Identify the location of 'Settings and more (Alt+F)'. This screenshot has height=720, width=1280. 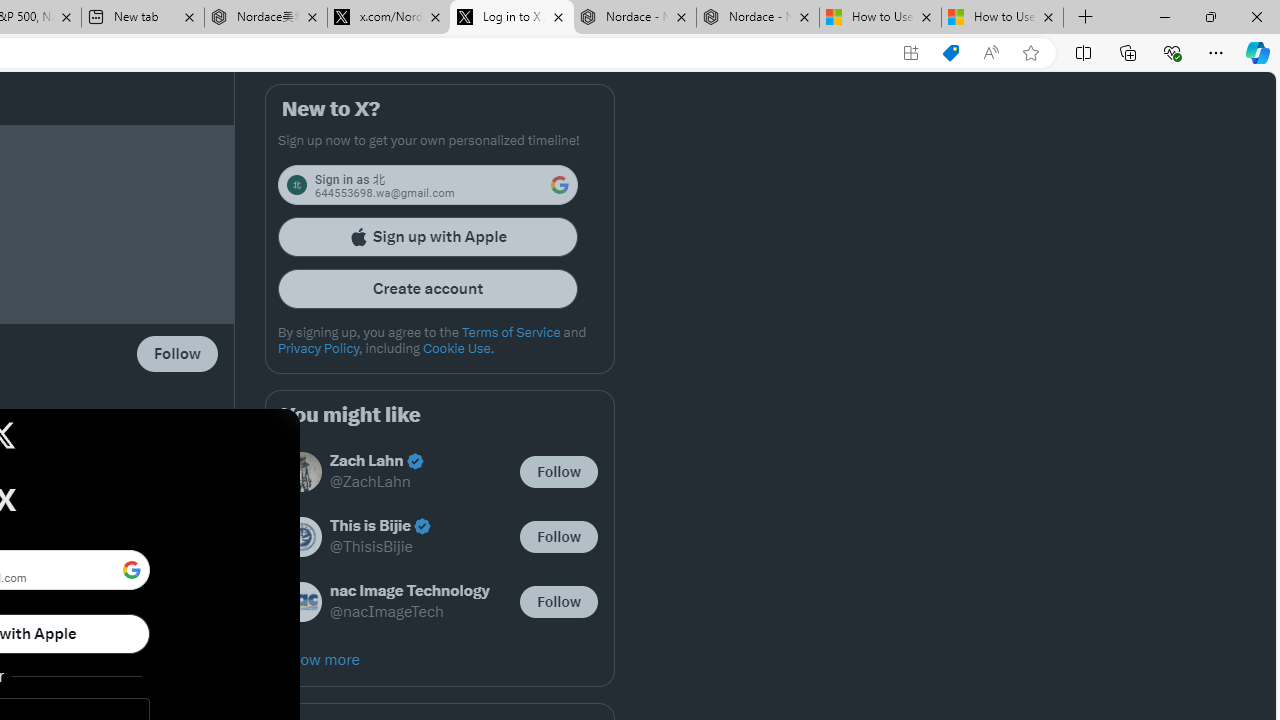
(1215, 51).